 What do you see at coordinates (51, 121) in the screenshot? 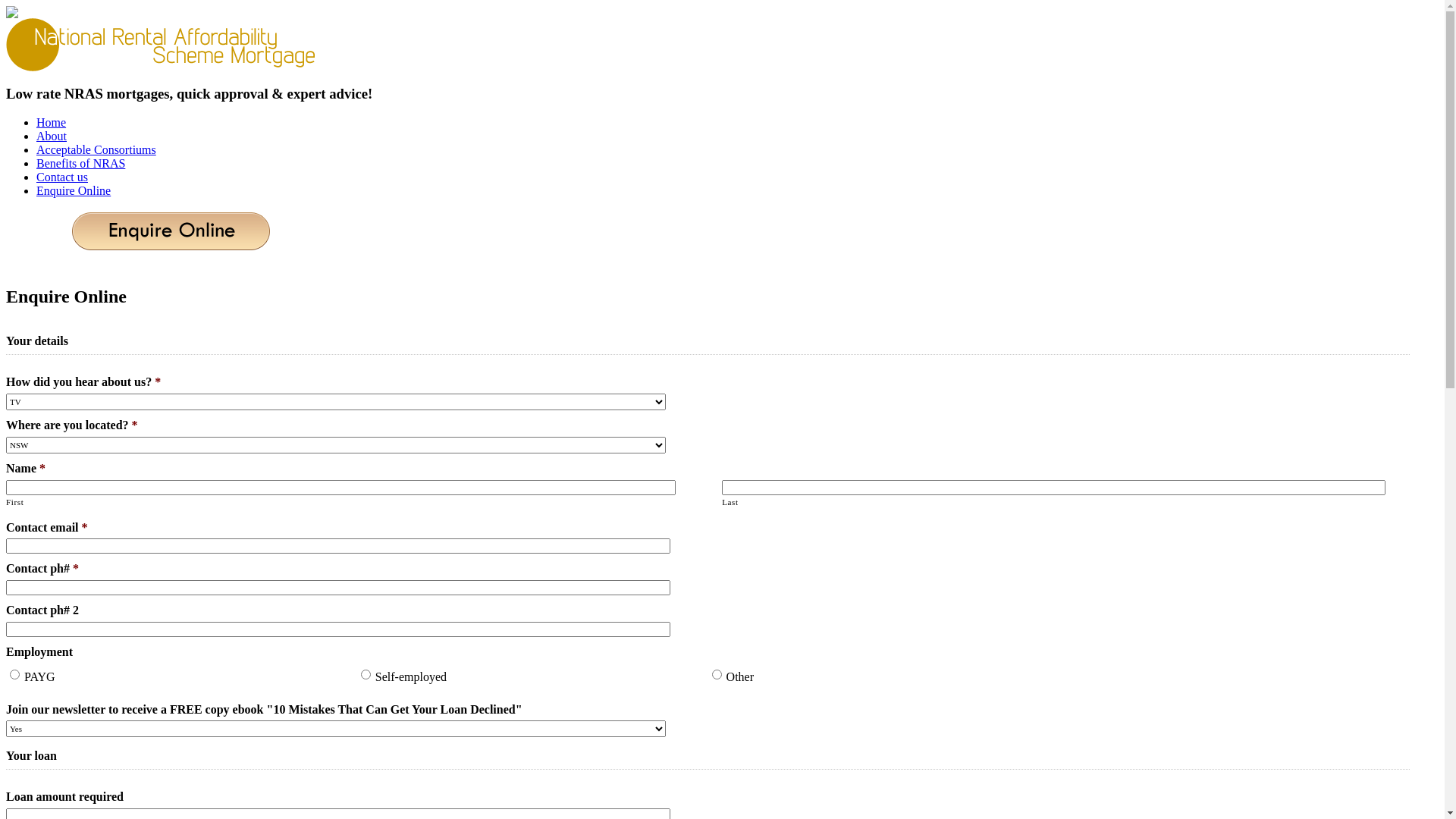
I see `'Home'` at bounding box center [51, 121].